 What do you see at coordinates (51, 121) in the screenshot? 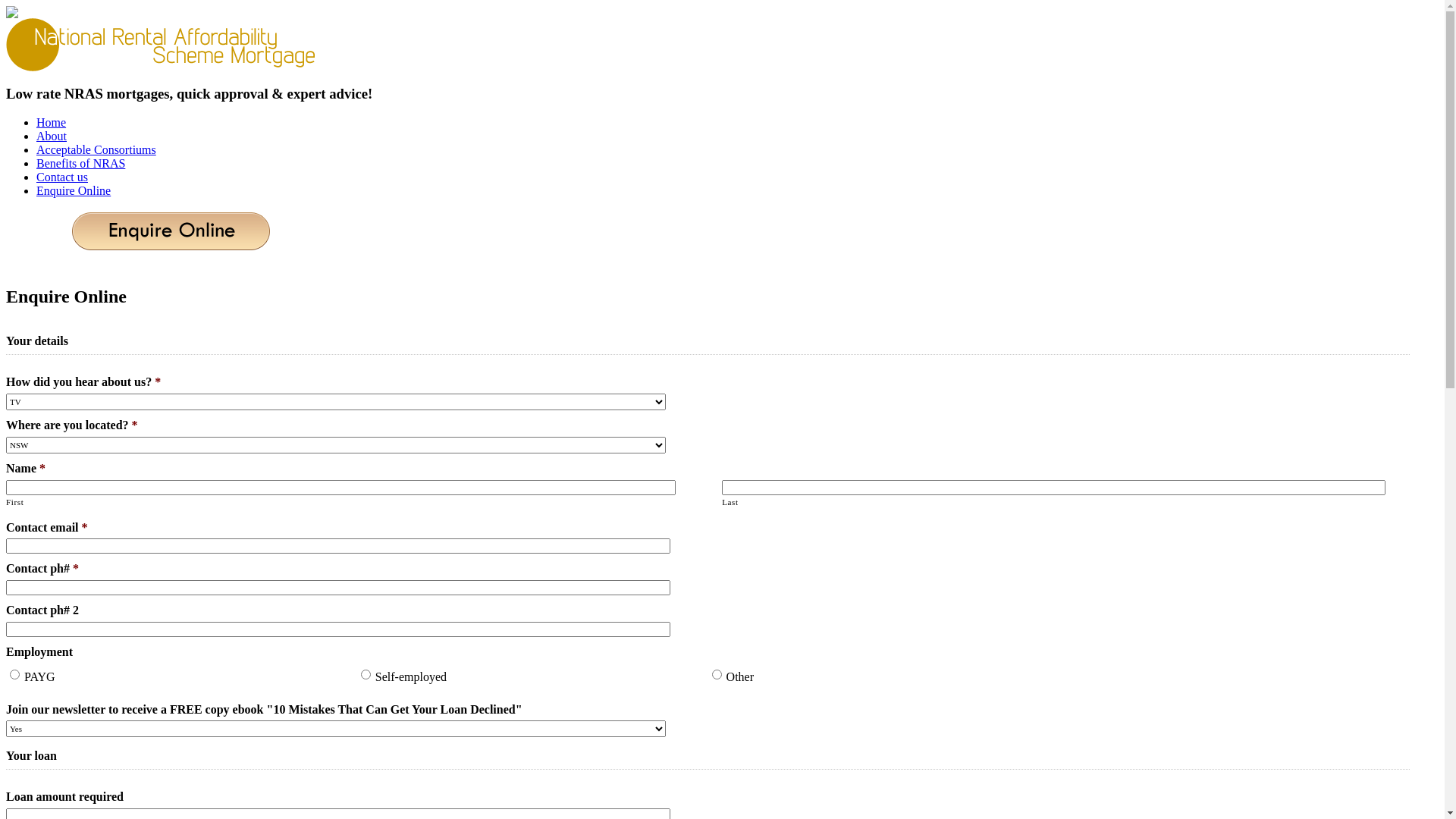
I see `'Home'` at bounding box center [51, 121].